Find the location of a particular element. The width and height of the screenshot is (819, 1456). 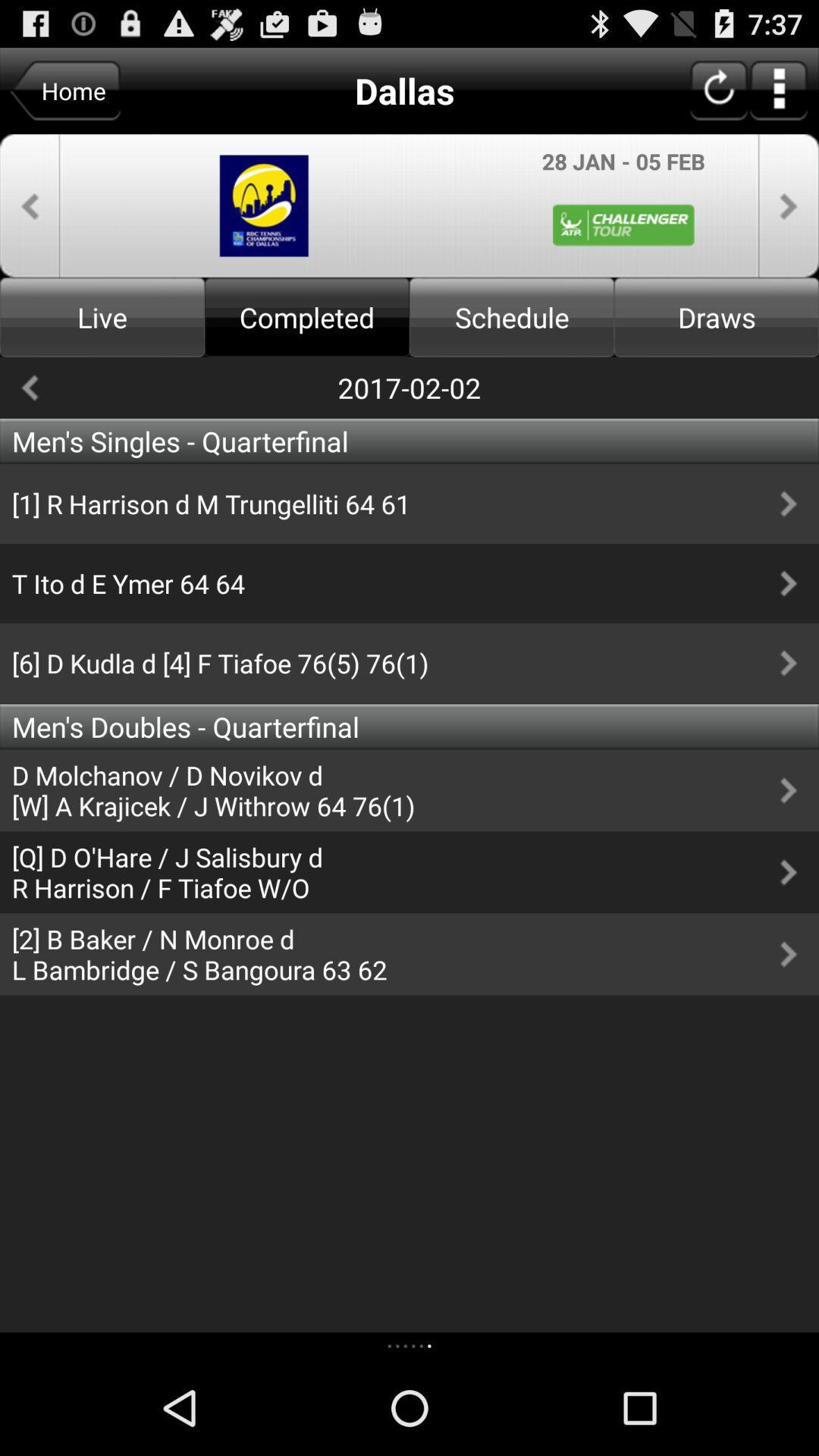

draws which is next to schedule is located at coordinates (717, 316).